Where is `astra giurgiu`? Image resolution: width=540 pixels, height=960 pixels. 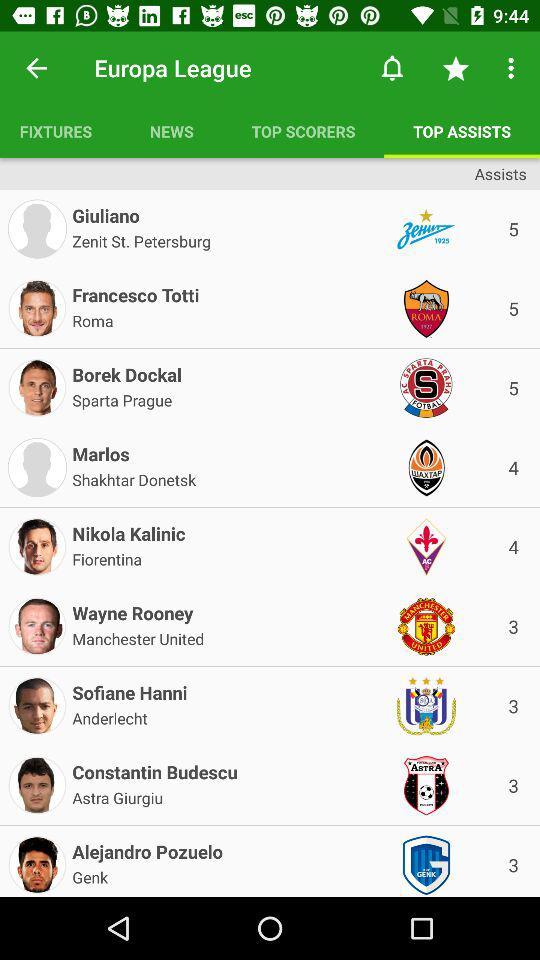 astra giurgiu is located at coordinates (117, 796).